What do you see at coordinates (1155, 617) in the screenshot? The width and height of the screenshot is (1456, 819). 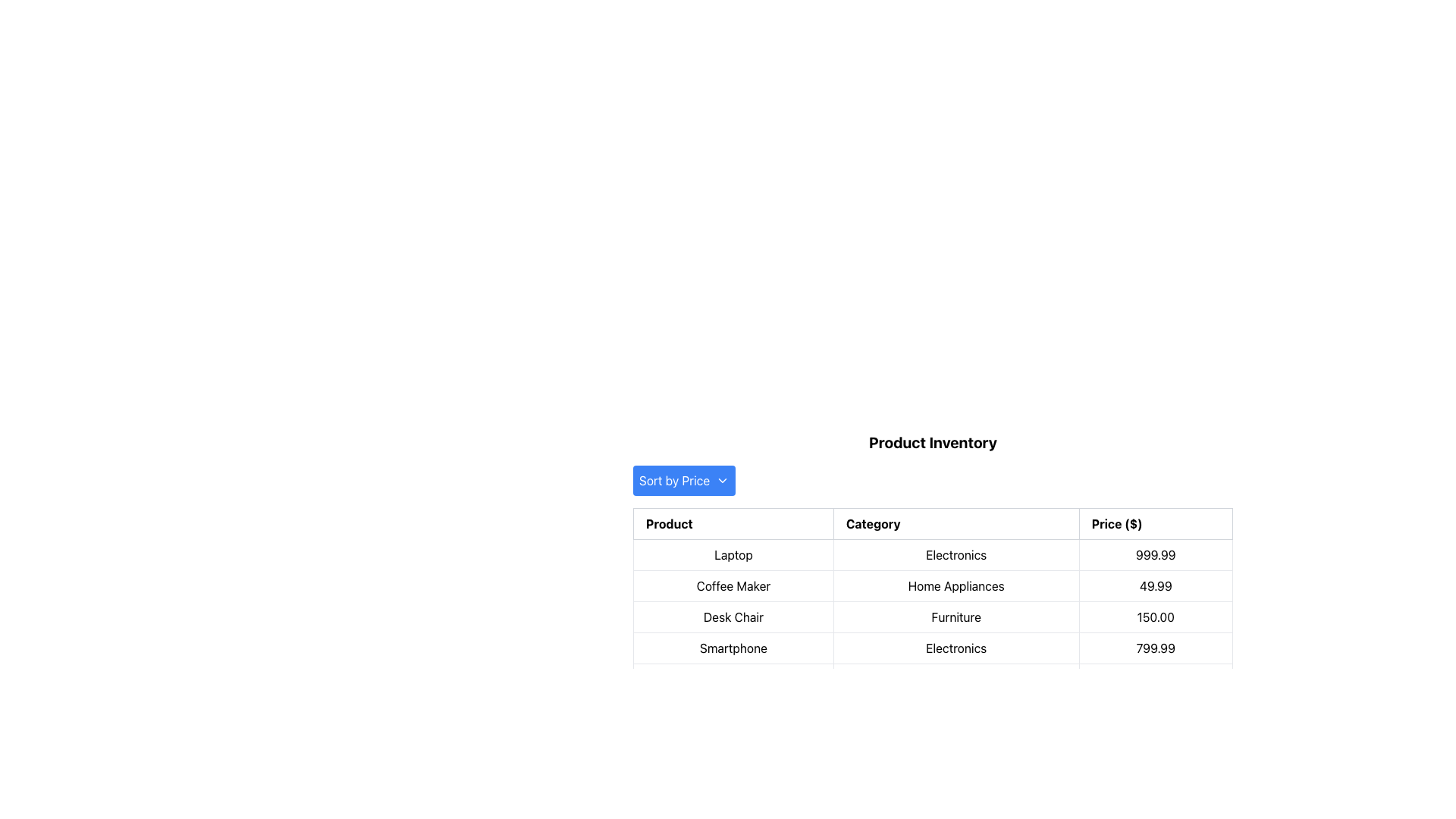 I see `the table cell displaying the price of 'Desk Chair' located in the third row under the 'Price ($)' column` at bounding box center [1155, 617].